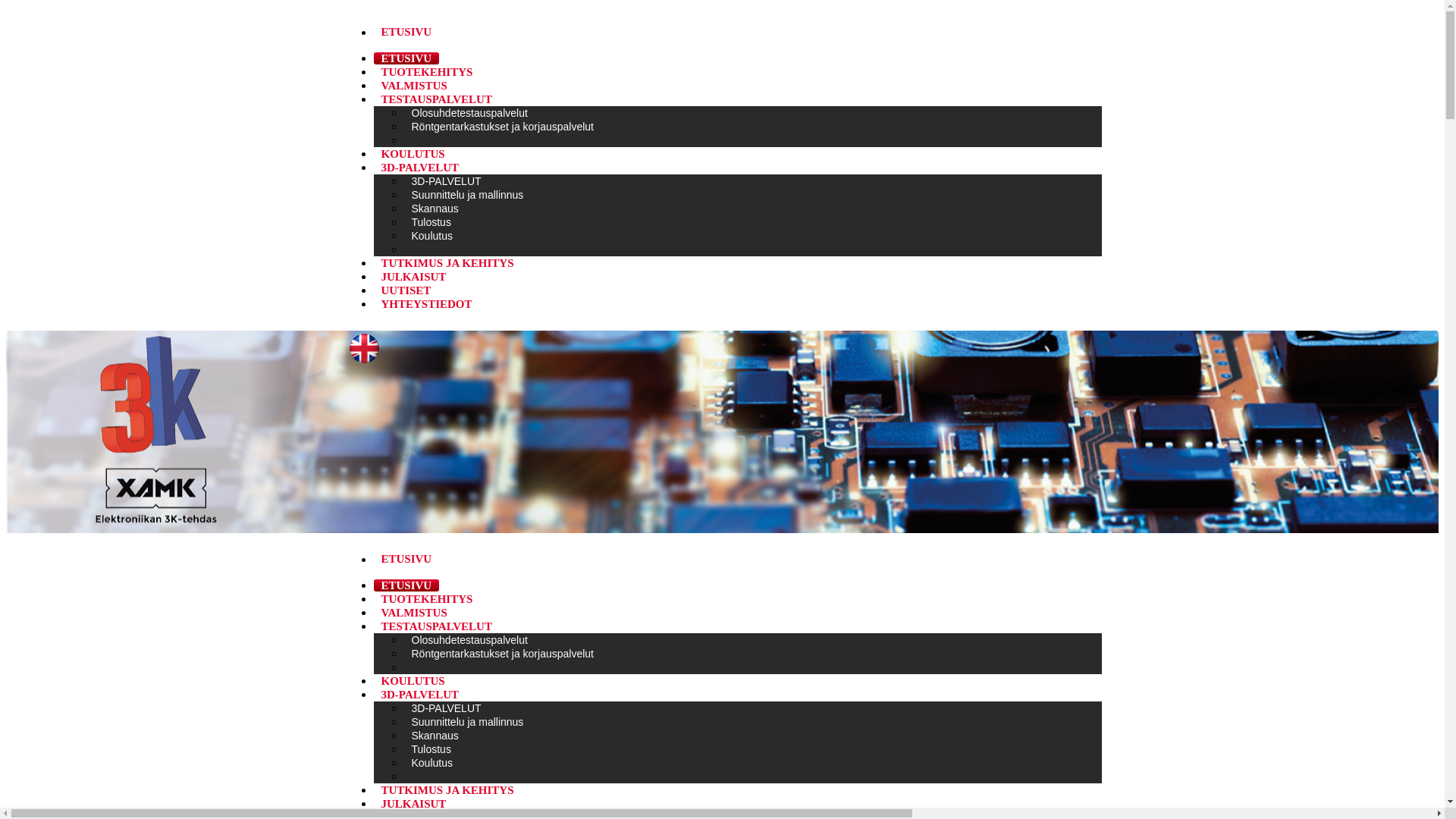 This screenshot has width=1456, height=819. I want to click on 'Skannaus', so click(433, 208).